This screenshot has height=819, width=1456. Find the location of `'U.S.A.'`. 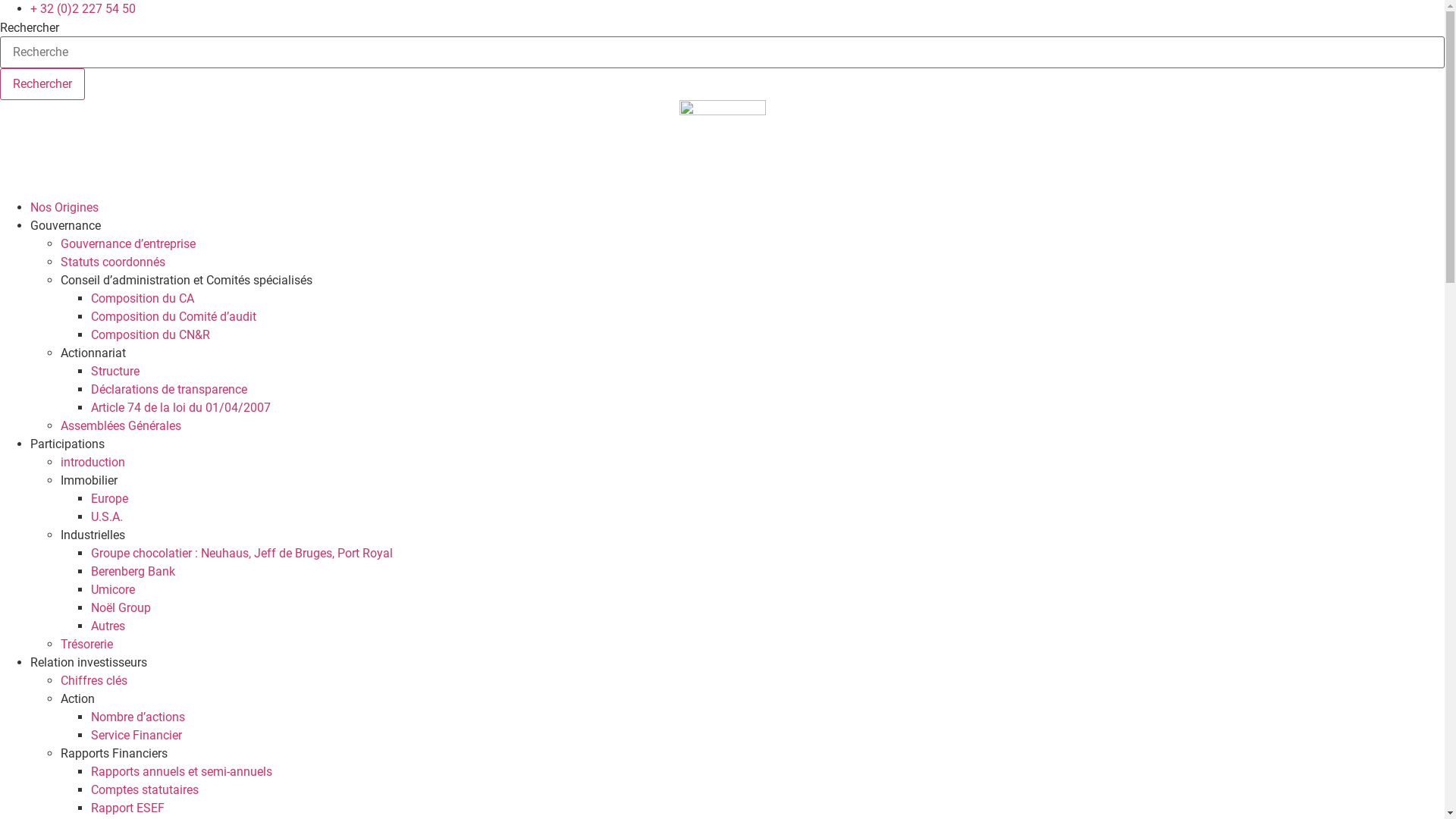

'U.S.A.' is located at coordinates (105, 516).